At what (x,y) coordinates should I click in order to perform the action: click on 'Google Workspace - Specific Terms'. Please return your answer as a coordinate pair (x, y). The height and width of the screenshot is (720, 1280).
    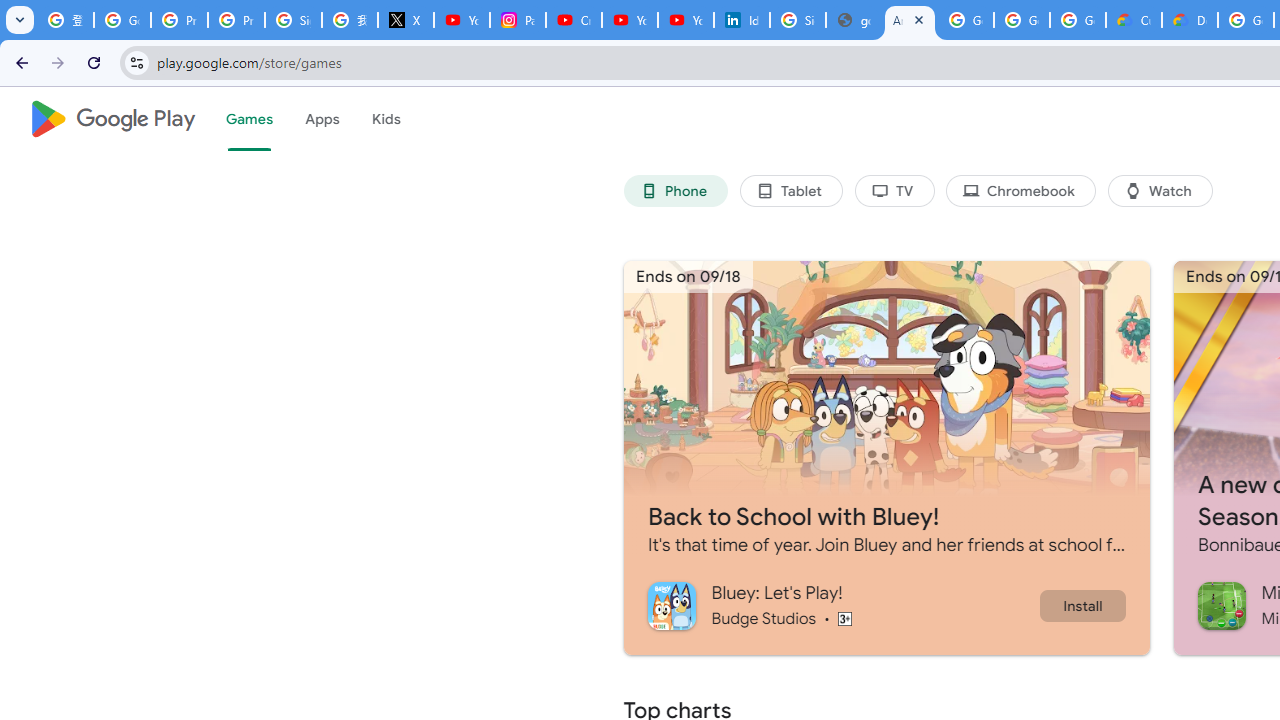
    Looking at the image, I should click on (1022, 20).